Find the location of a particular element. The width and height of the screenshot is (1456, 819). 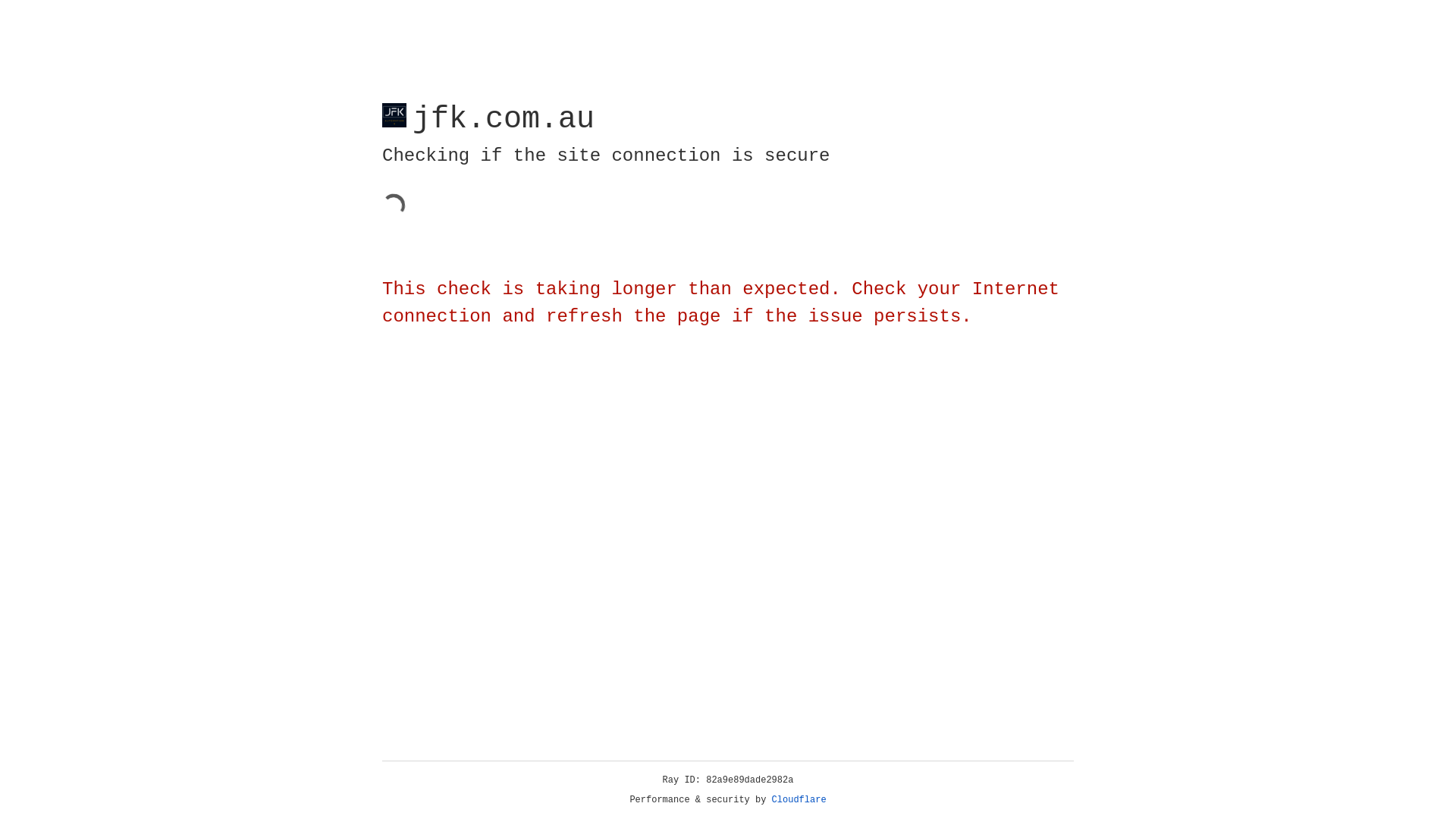

'Cloudflare' is located at coordinates (799, 799).